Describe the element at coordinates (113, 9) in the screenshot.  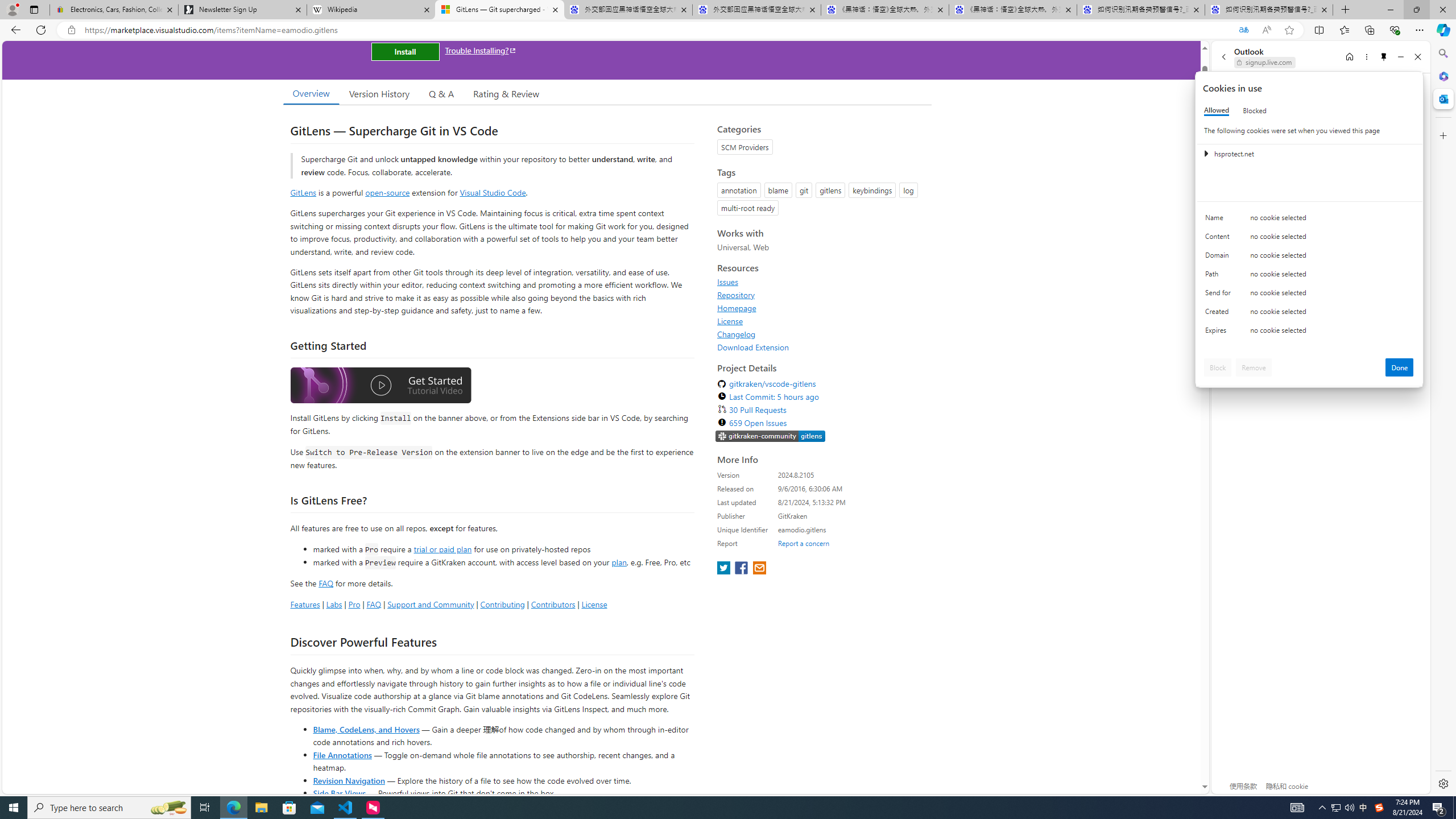
I see `'Electronics, Cars, Fashion, Collectibles & More | eBay'` at that location.